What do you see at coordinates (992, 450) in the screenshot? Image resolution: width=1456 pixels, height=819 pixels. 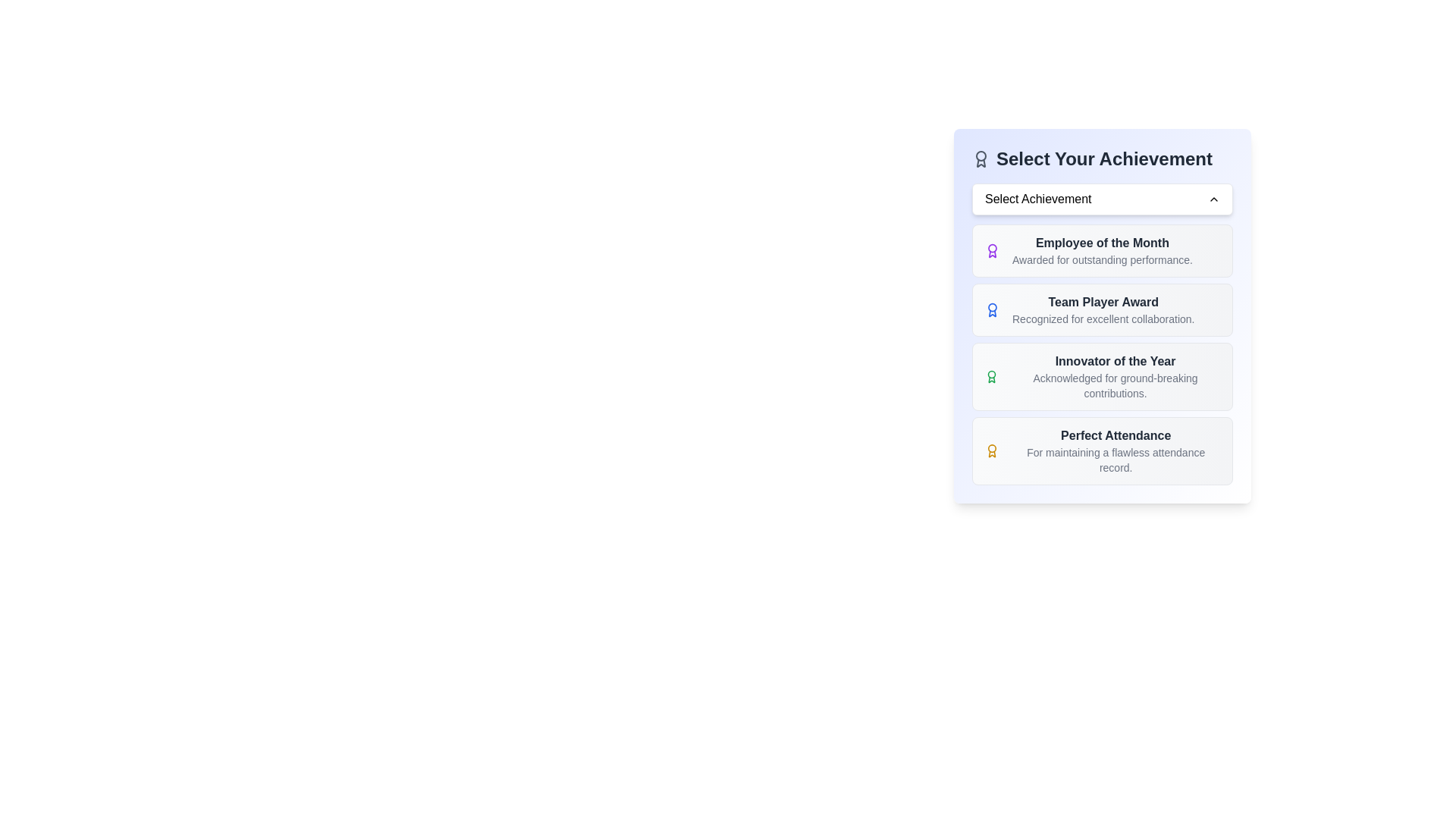 I see `the 'Perfect Attendance' achievement medal icon, which is located to the far left of the entry in the 'Select Your Achievement' section` at bounding box center [992, 450].